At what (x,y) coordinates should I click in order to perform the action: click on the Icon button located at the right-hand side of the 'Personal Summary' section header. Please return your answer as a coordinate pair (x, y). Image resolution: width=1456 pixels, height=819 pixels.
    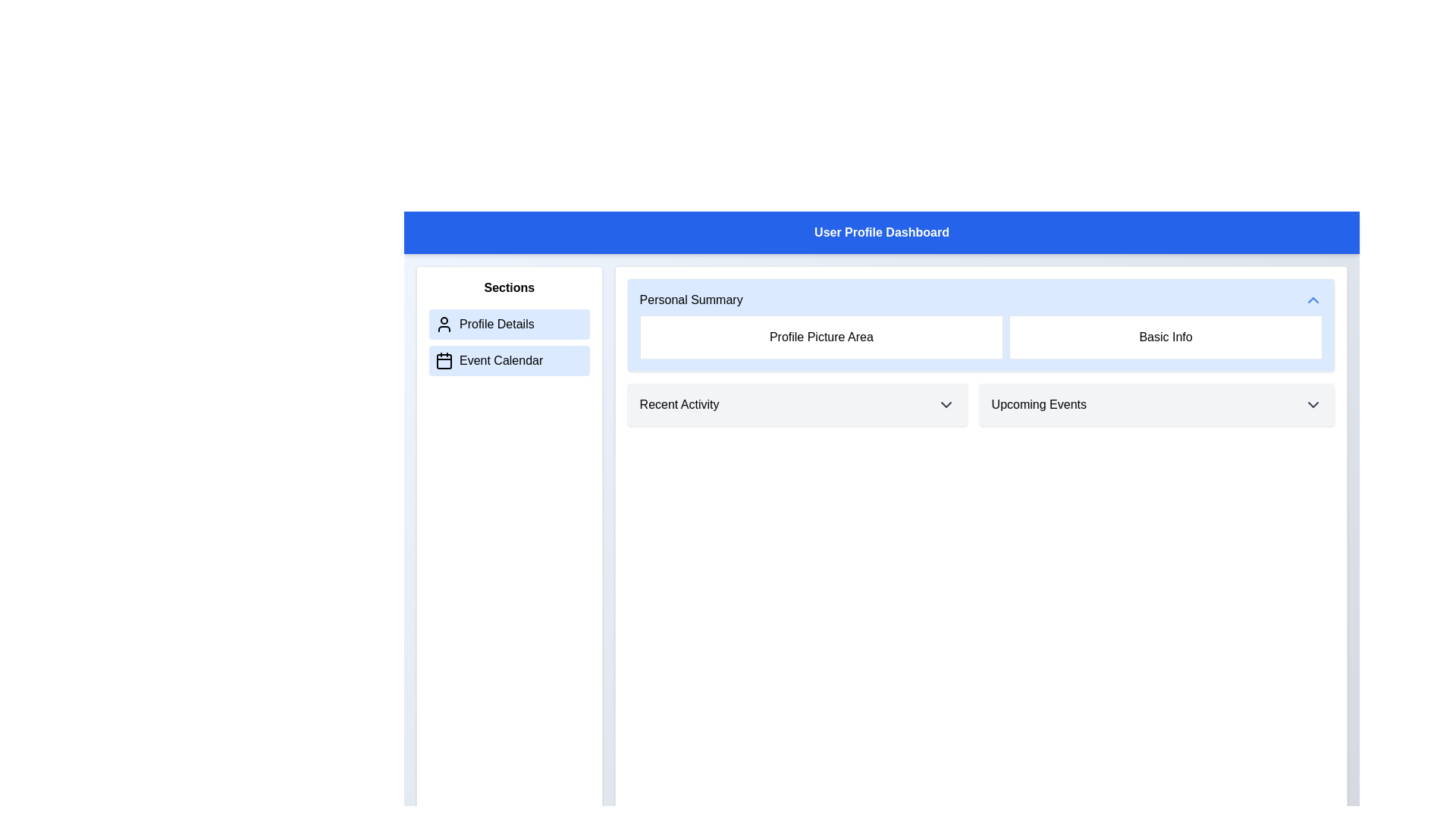
    Looking at the image, I should click on (1313, 300).